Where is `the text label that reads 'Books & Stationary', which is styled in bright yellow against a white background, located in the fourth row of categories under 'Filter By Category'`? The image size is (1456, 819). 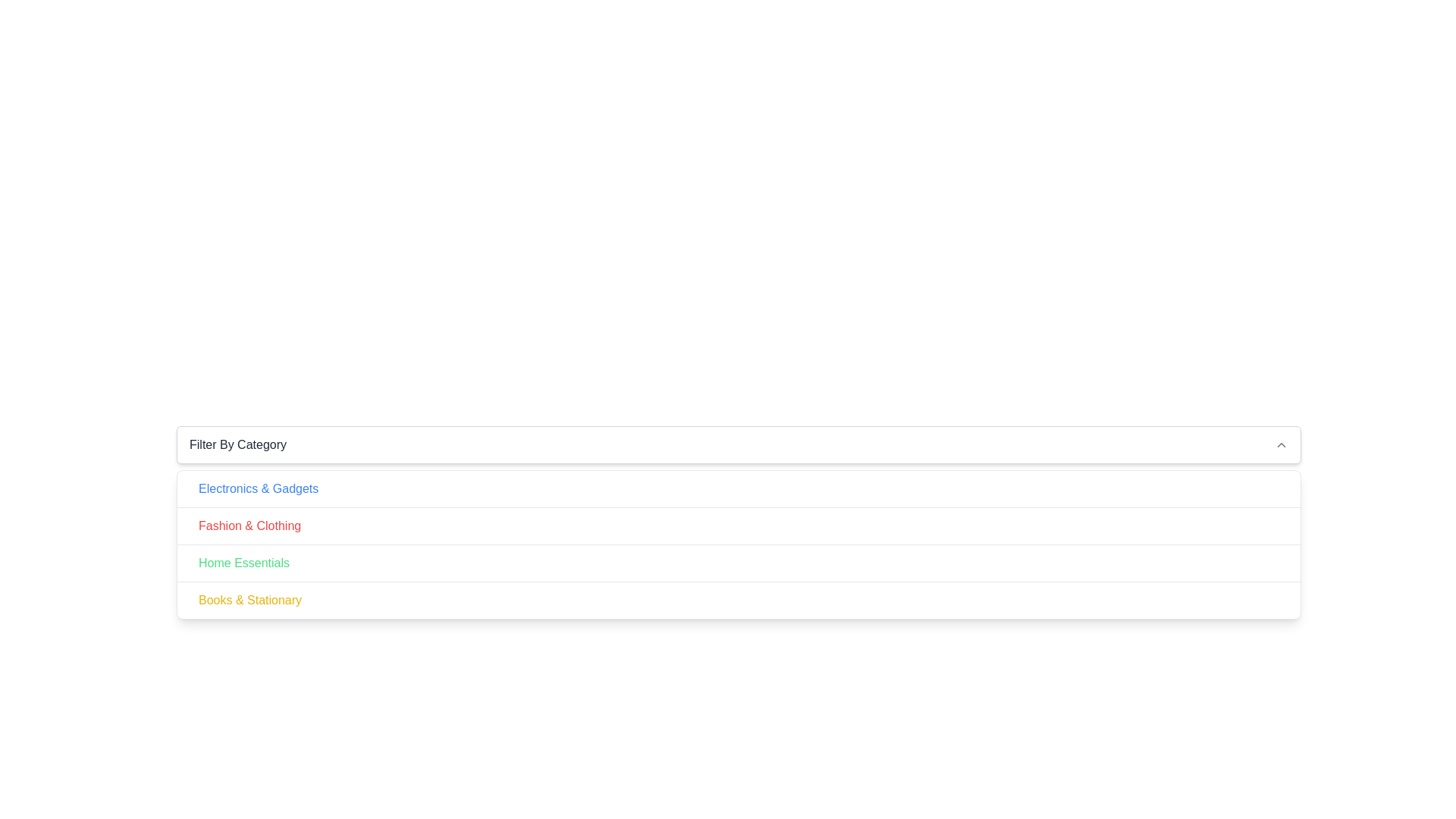
the text label that reads 'Books & Stationary', which is styled in bright yellow against a white background, located in the fourth row of categories under 'Filter By Category' is located at coordinates (250, 599).